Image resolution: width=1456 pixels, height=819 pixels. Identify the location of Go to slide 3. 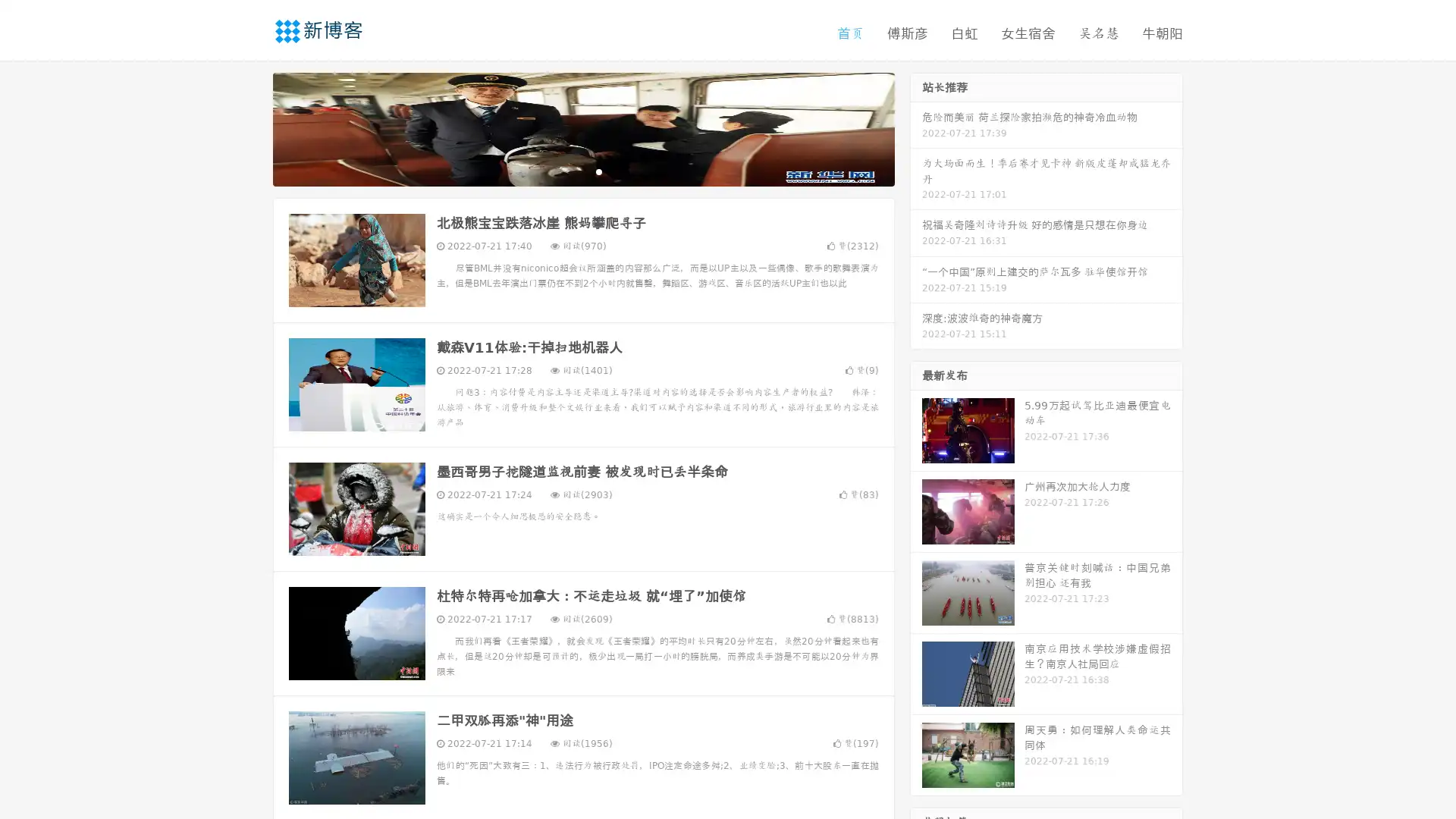
(598, 171).